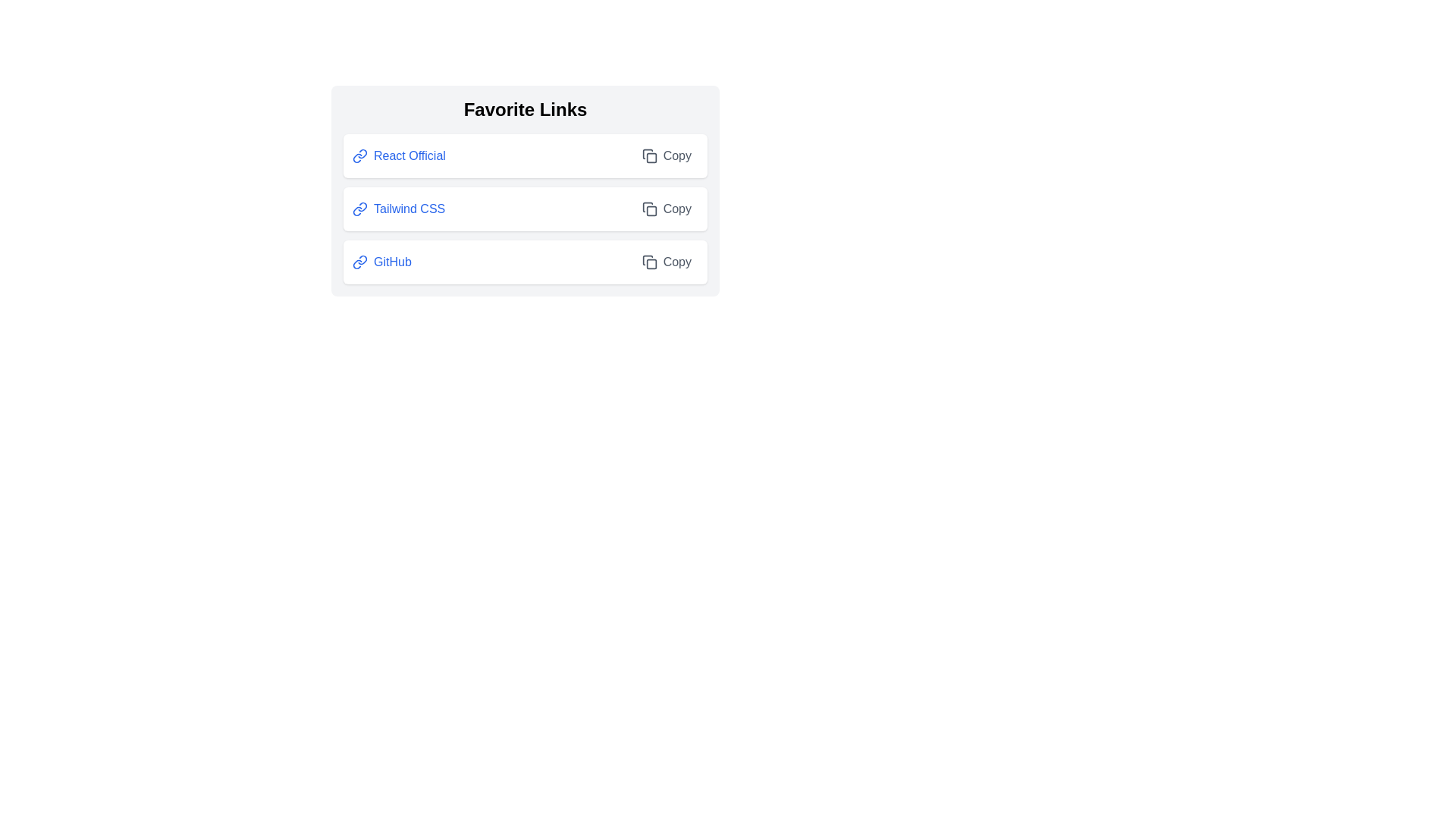 This screenshot has width=1456, height=819. Describe the element at coordinates (649, 155) in the screenshot. I see `the 'Copy' icon adjacent to the 'React Official' label` at that location.